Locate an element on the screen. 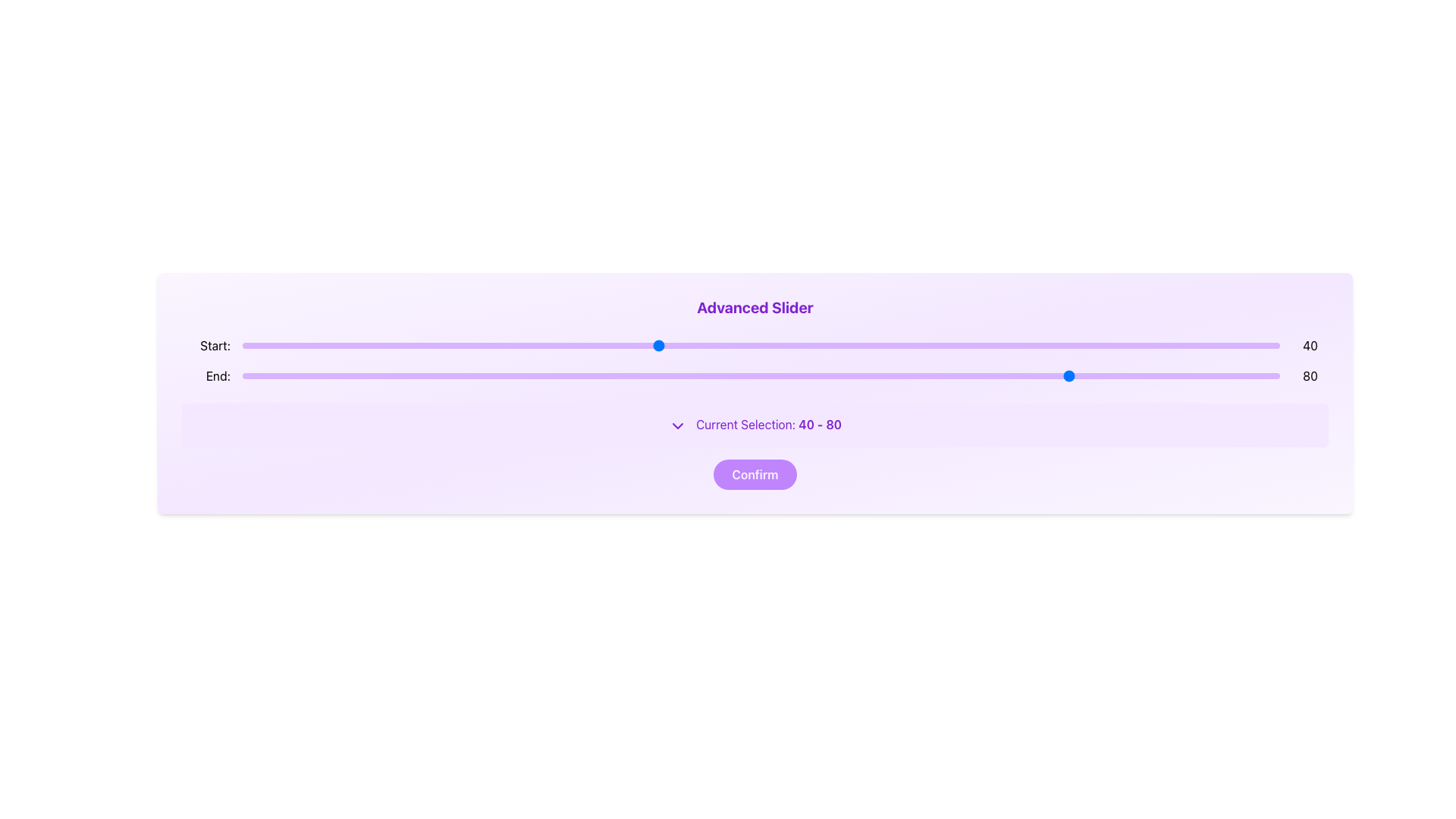 The image size is (1456, 819). the advanced slider is located at coordinates (843, 345).